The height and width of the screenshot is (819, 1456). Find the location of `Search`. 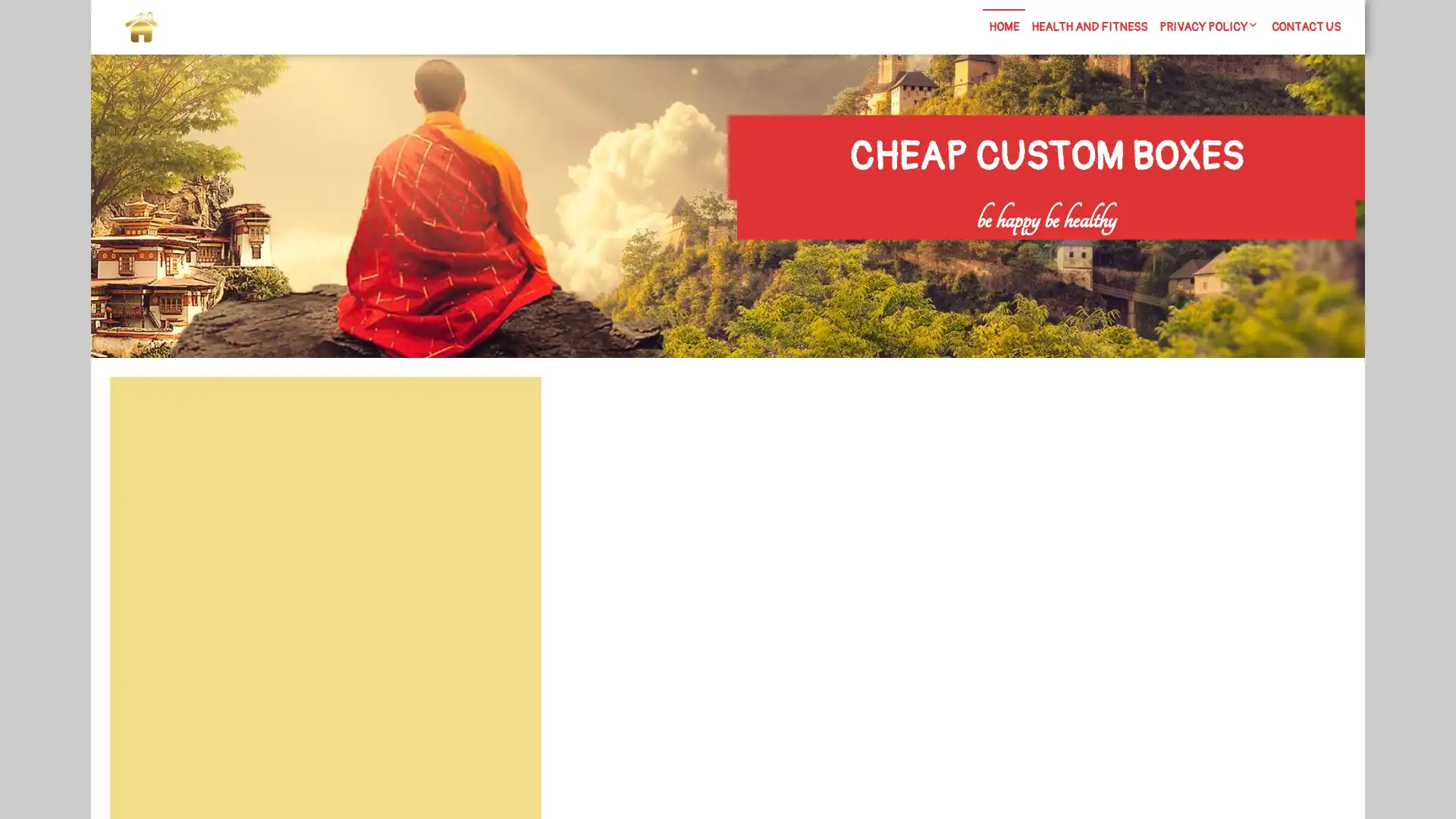

Search is located at coordinates (1181, 248).